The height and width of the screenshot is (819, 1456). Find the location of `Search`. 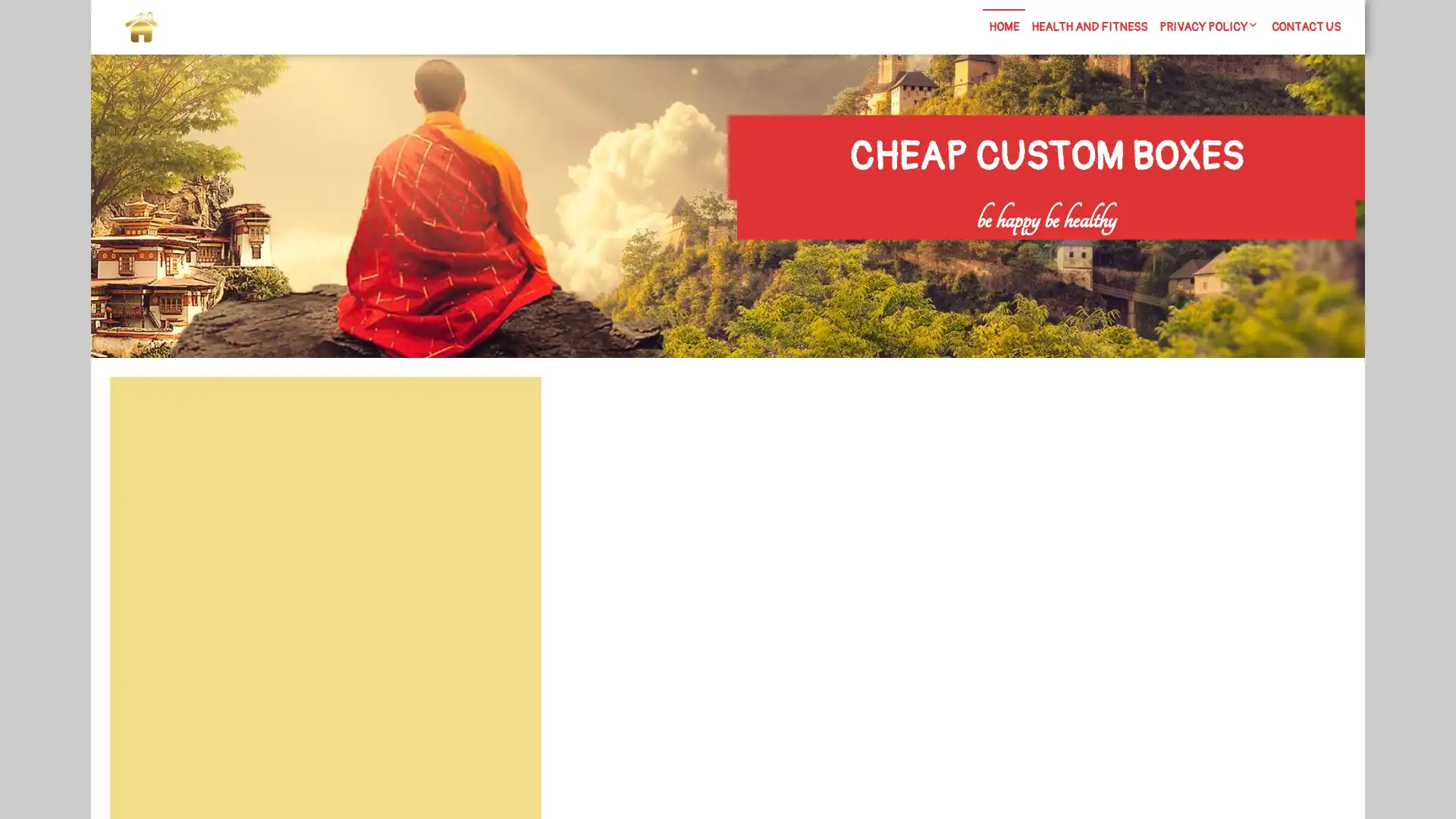

Search is located at coordinates (1181, 248).